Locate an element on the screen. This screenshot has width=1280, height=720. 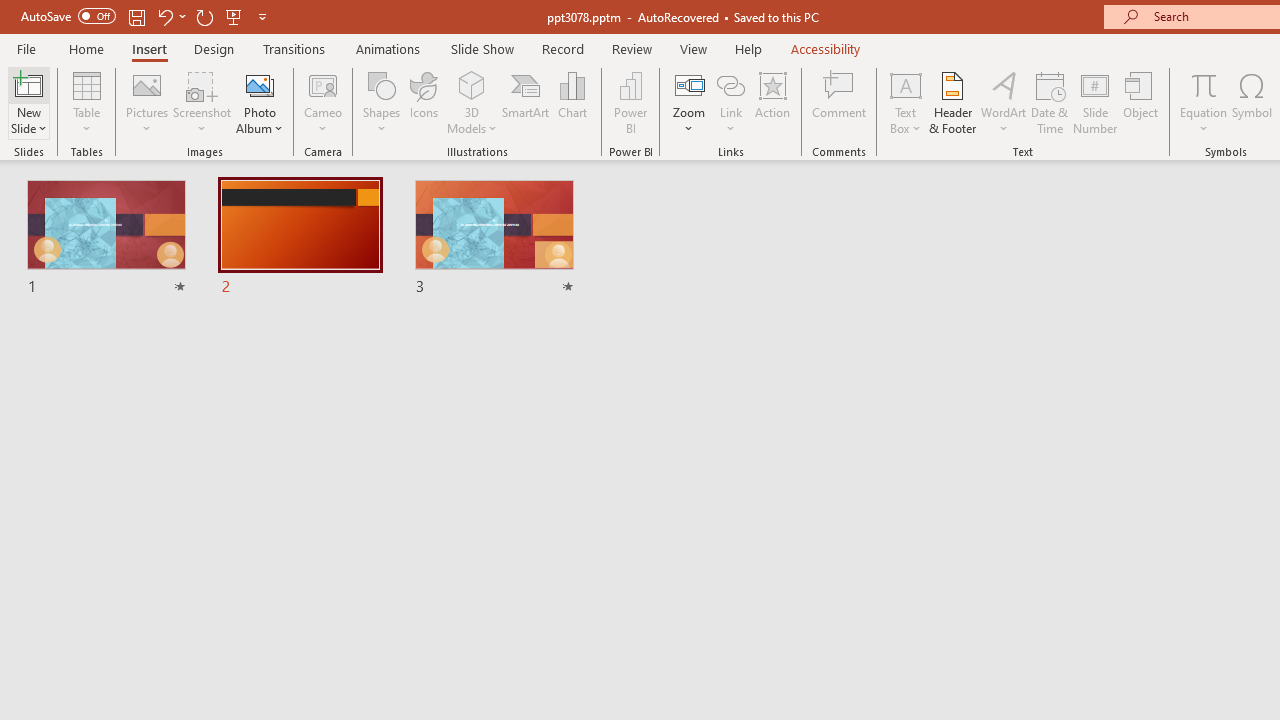
'Table' is located at coordinates (86, 103).